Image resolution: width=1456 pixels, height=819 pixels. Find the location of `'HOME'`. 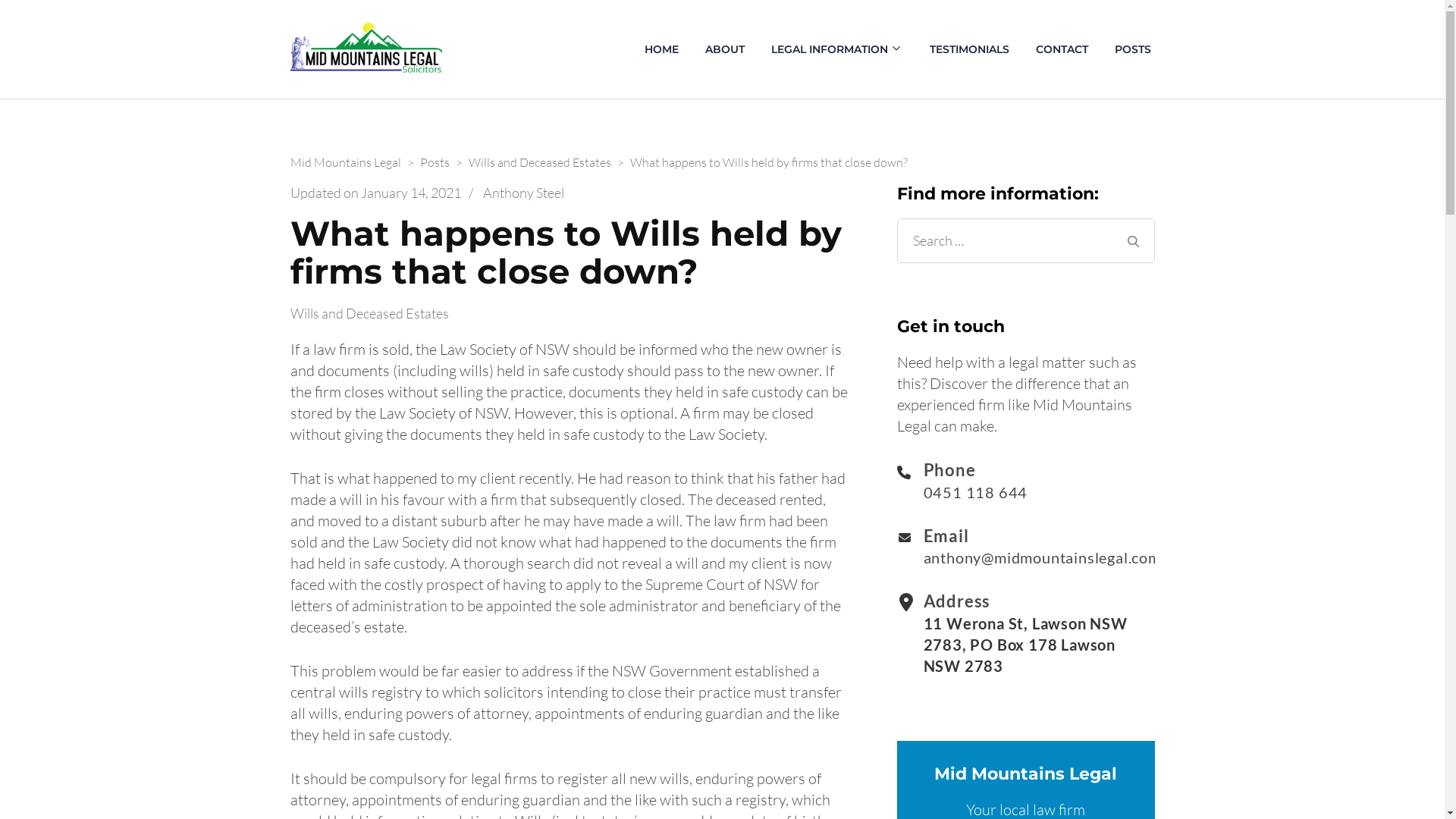

'HOME' is located at coordinates (661, 49).